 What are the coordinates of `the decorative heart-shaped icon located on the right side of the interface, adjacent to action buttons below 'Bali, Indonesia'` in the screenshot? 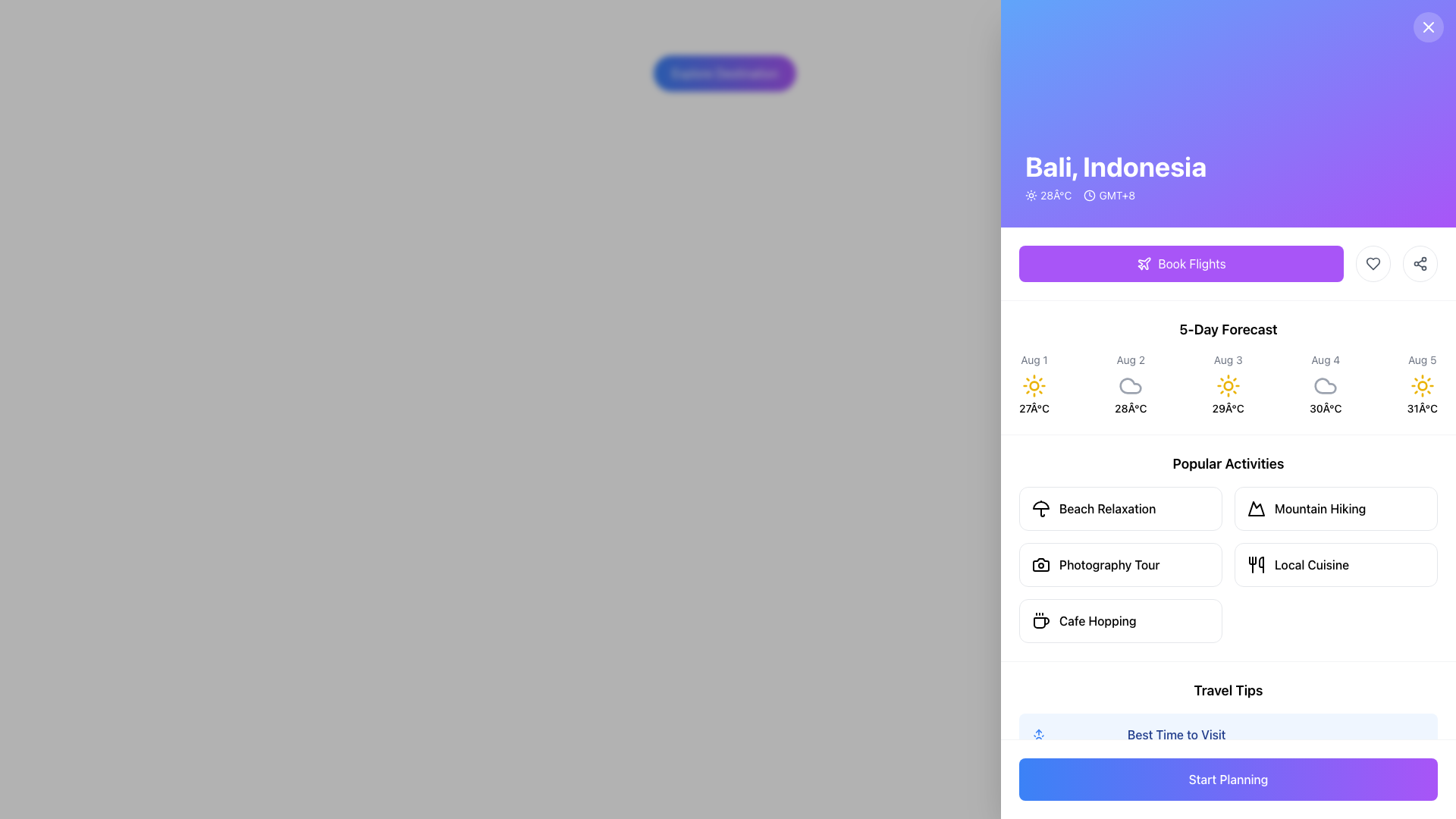 It's located at (1373, 262).